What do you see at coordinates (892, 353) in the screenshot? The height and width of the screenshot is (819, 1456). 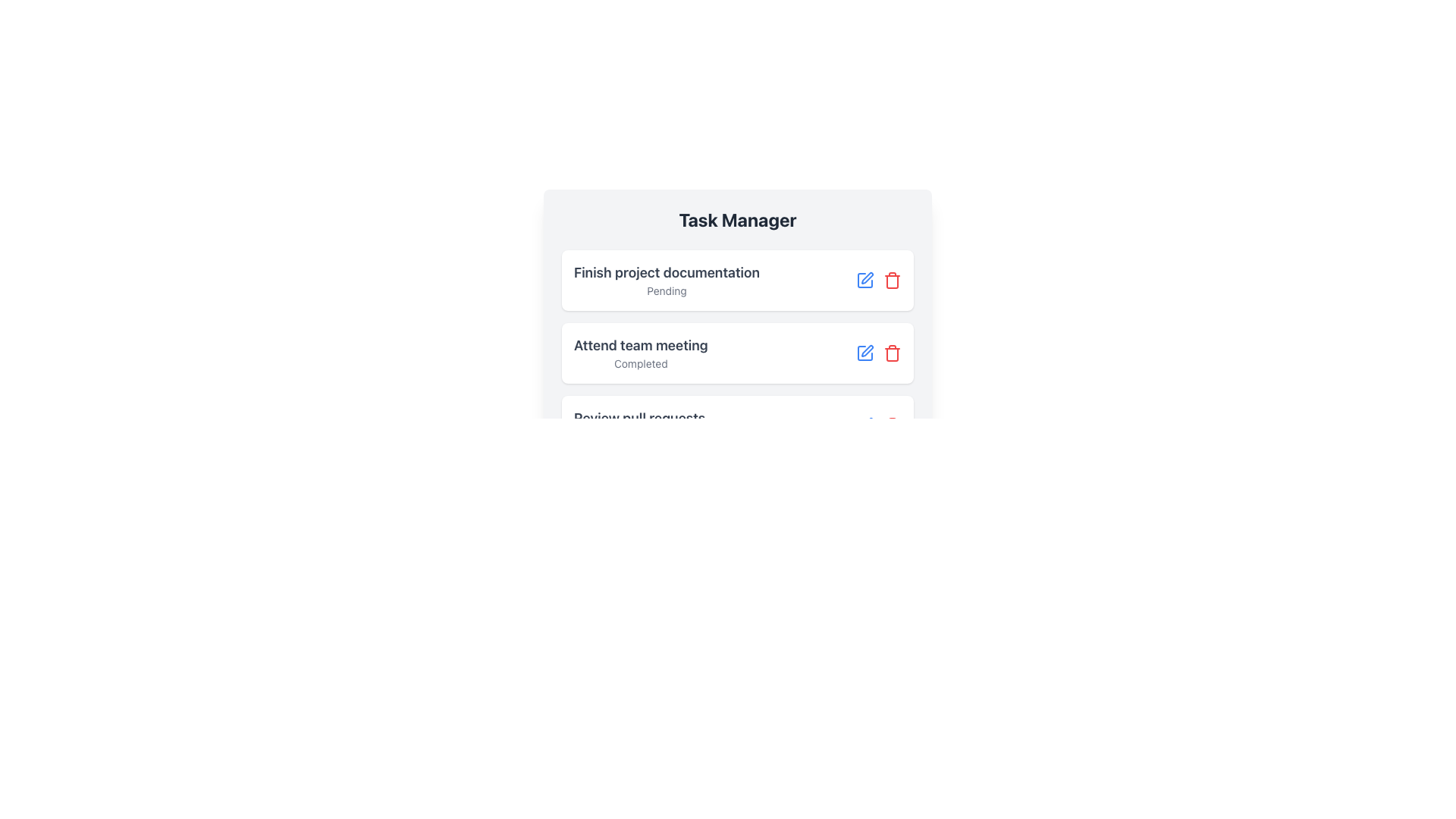 I see `the red trash can icon located in the second task list item, positioned after the blue edit icon` at bounding box center [892, 353].